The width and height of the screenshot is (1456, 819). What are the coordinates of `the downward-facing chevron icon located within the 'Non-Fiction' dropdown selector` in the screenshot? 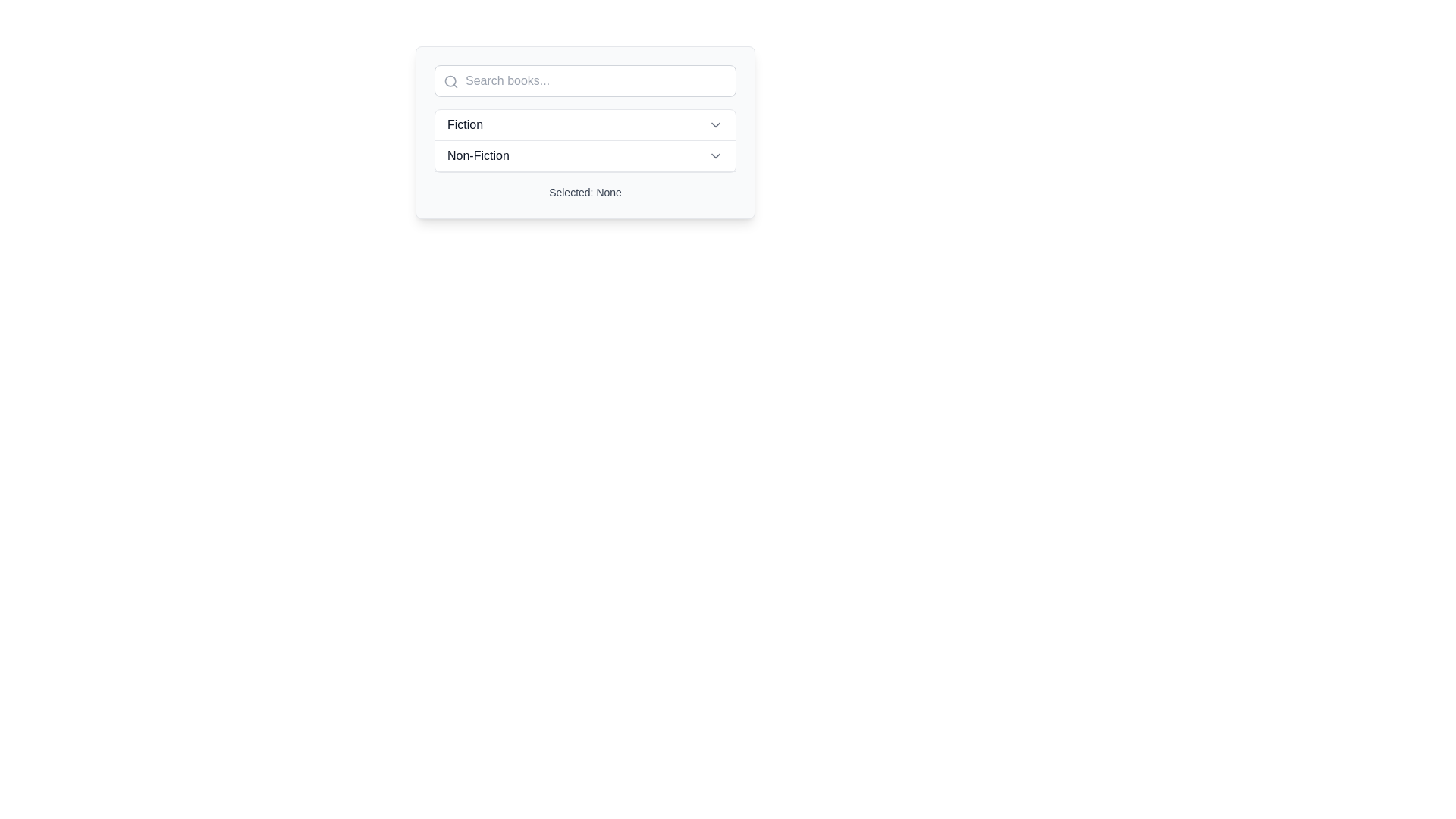 It's located at (715, 155).